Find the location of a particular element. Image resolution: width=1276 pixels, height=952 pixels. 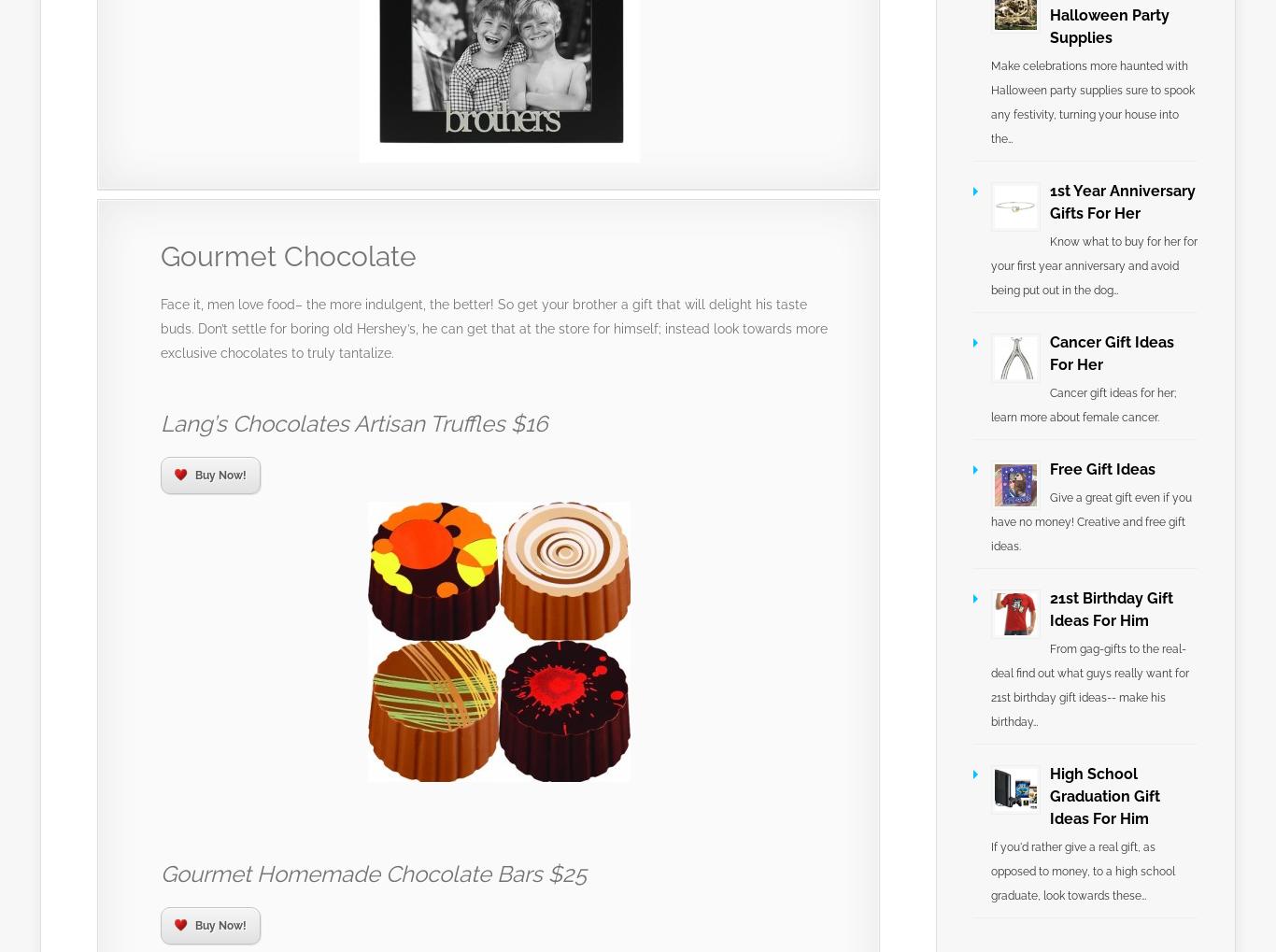

'If you'd rather give a real gift, as opposed to money, to a high school graduate, look towards these…' is located at coordinates (1083, 870).